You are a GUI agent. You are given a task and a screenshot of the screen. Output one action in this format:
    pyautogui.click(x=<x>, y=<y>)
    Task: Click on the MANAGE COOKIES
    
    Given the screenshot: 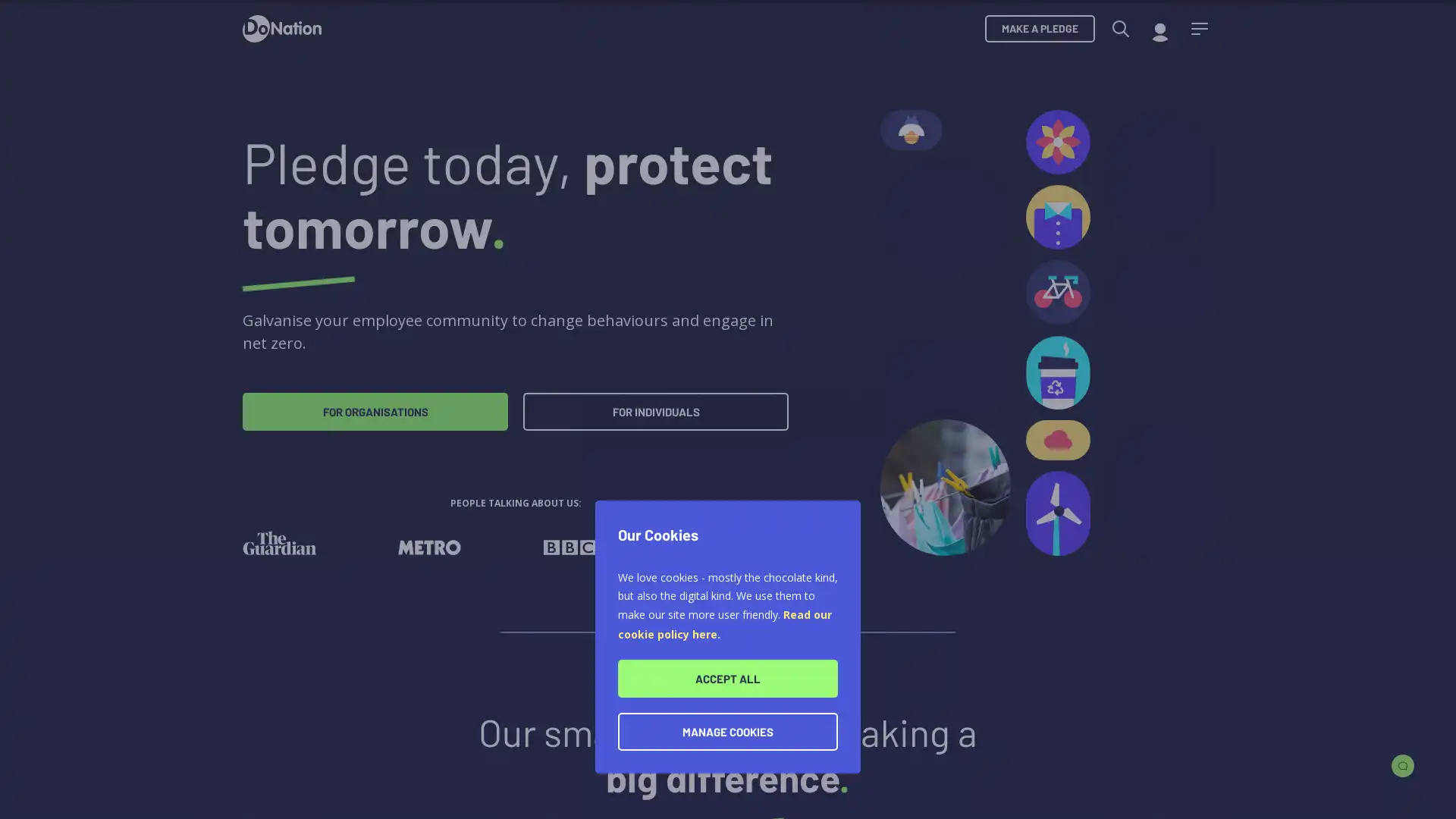 What is the action you would take?
    pyautogui.click(x=728, y=730)
    